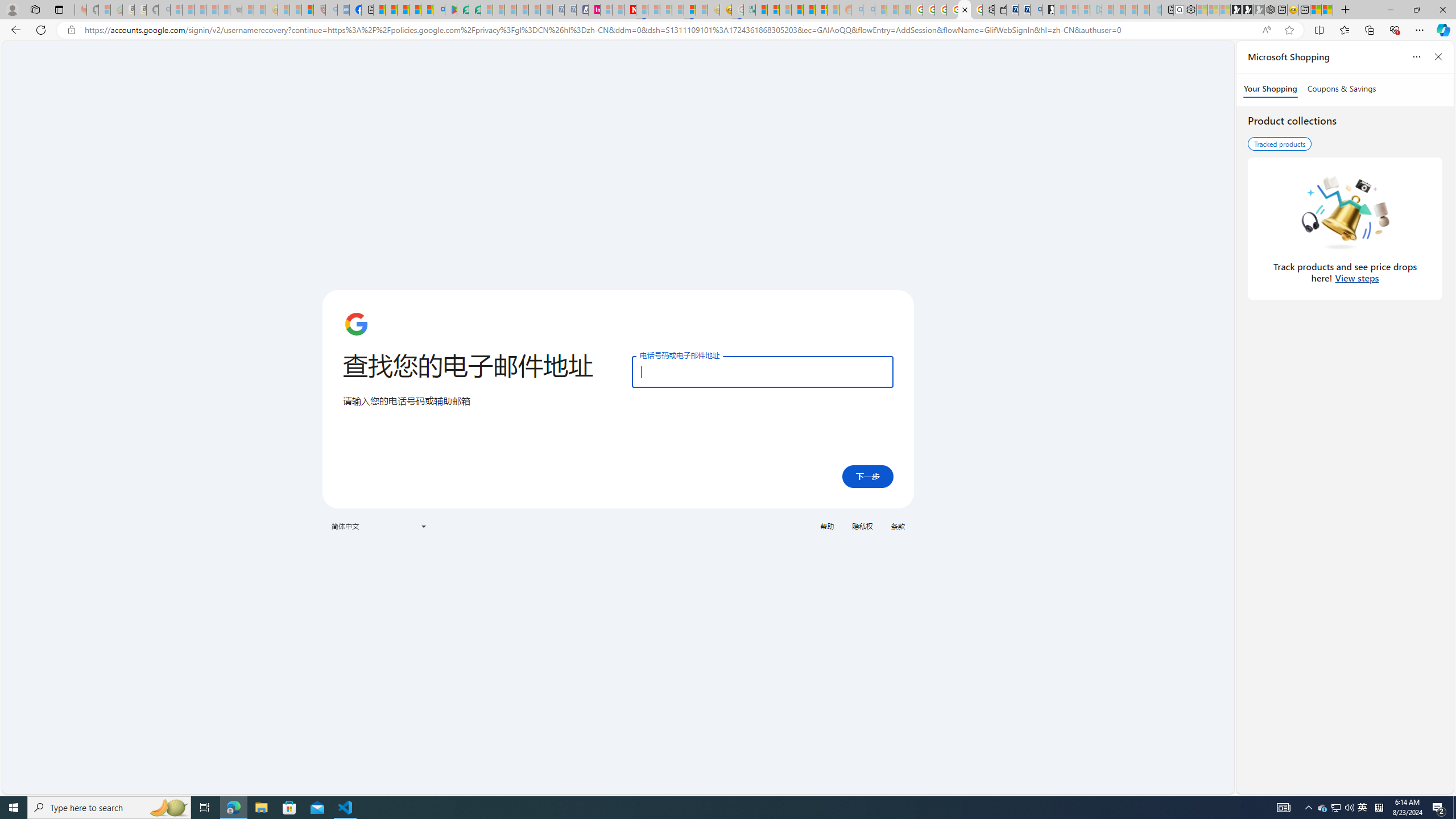 Image resolution: width=1456 pixels, height=819 pixels. What do you see at coordinates (423, 526) in the screenshot?
I see `'Class: VfPpkd-t08AT-Bz112c-Bd00G'` at bounding box center [423, 526].